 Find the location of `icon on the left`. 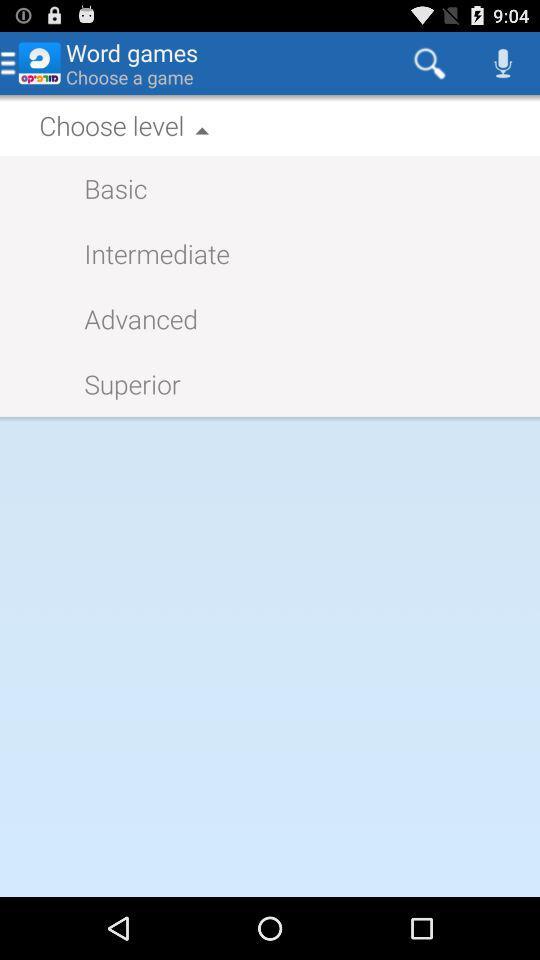

icon on the left is located at coordinates (122, 382).